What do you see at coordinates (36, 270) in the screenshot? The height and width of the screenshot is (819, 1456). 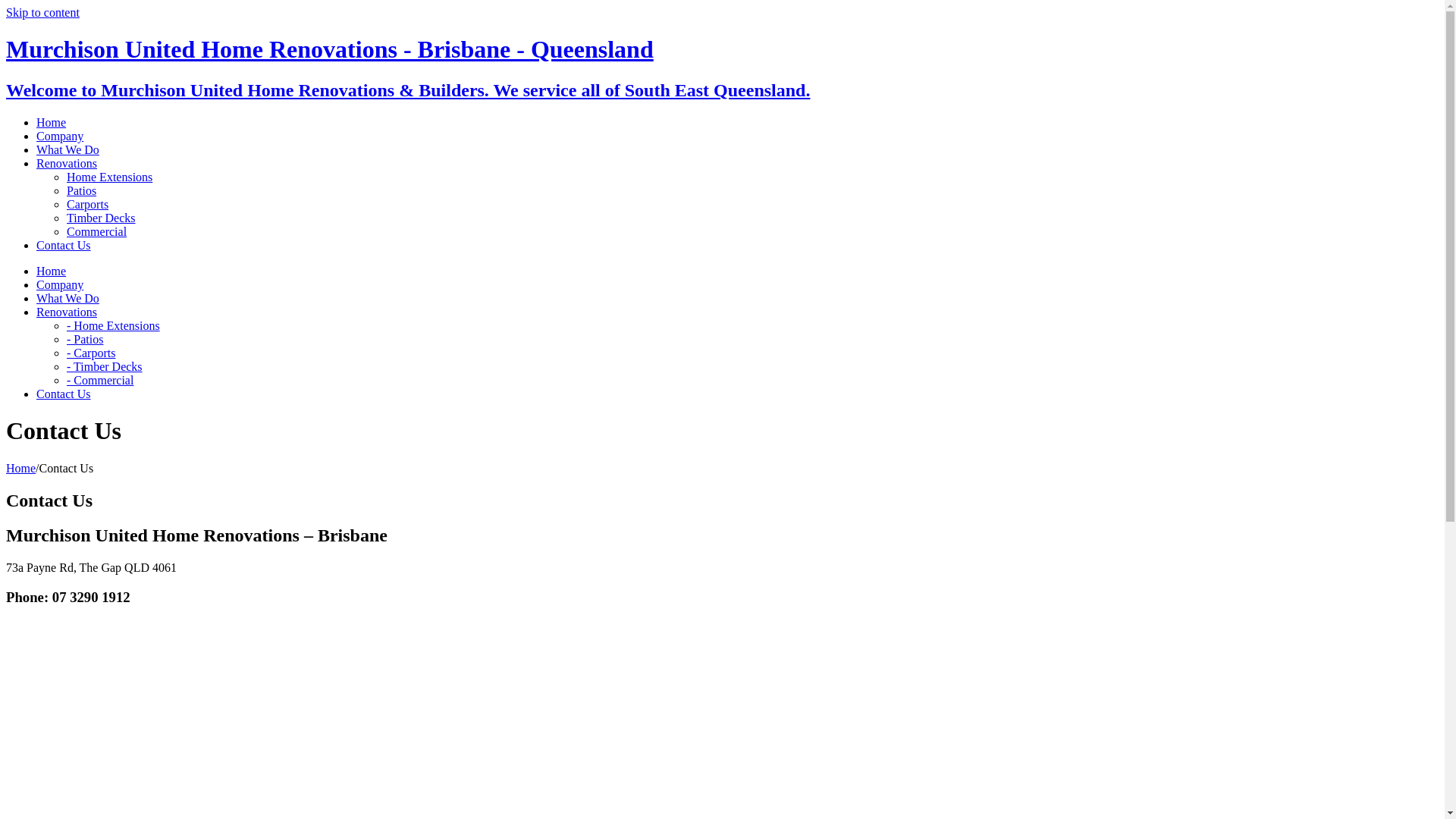 I see `'Home'` at bounding box center [36, 270].